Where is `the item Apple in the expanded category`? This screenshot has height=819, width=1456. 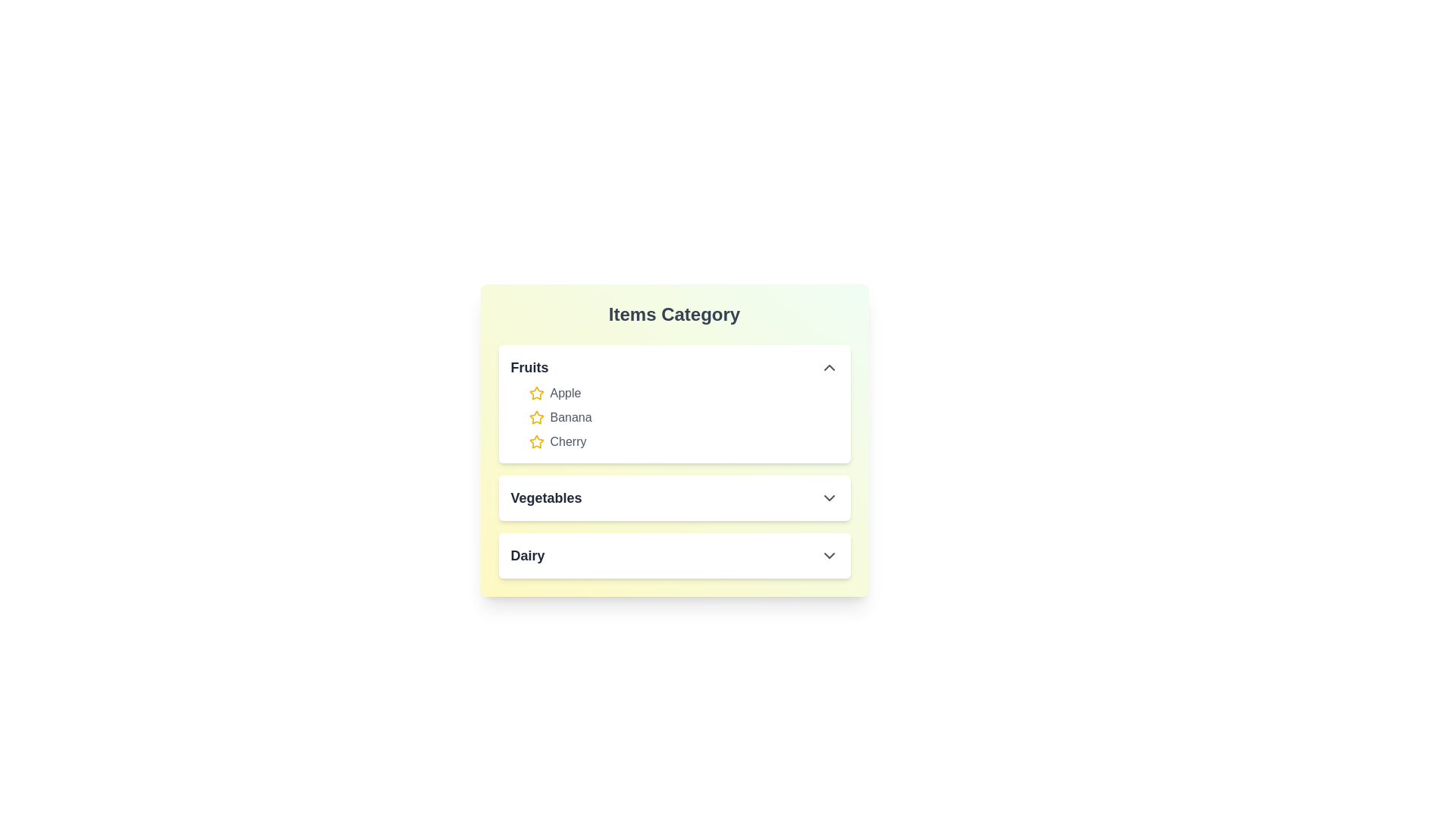
the item Apple in the expanded category is located at coordinates (564, 393).